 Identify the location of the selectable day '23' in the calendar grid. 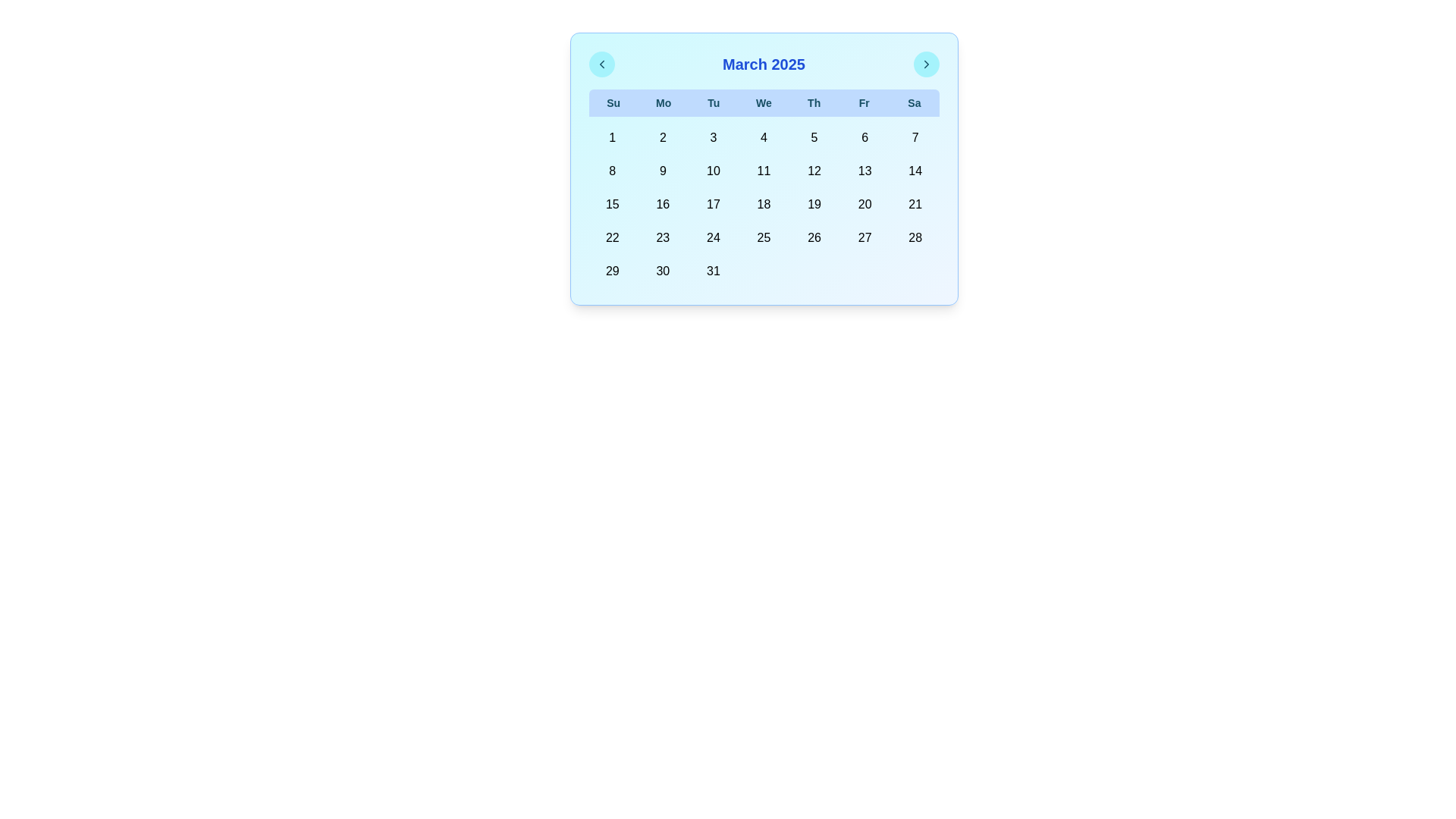
(663, 237).